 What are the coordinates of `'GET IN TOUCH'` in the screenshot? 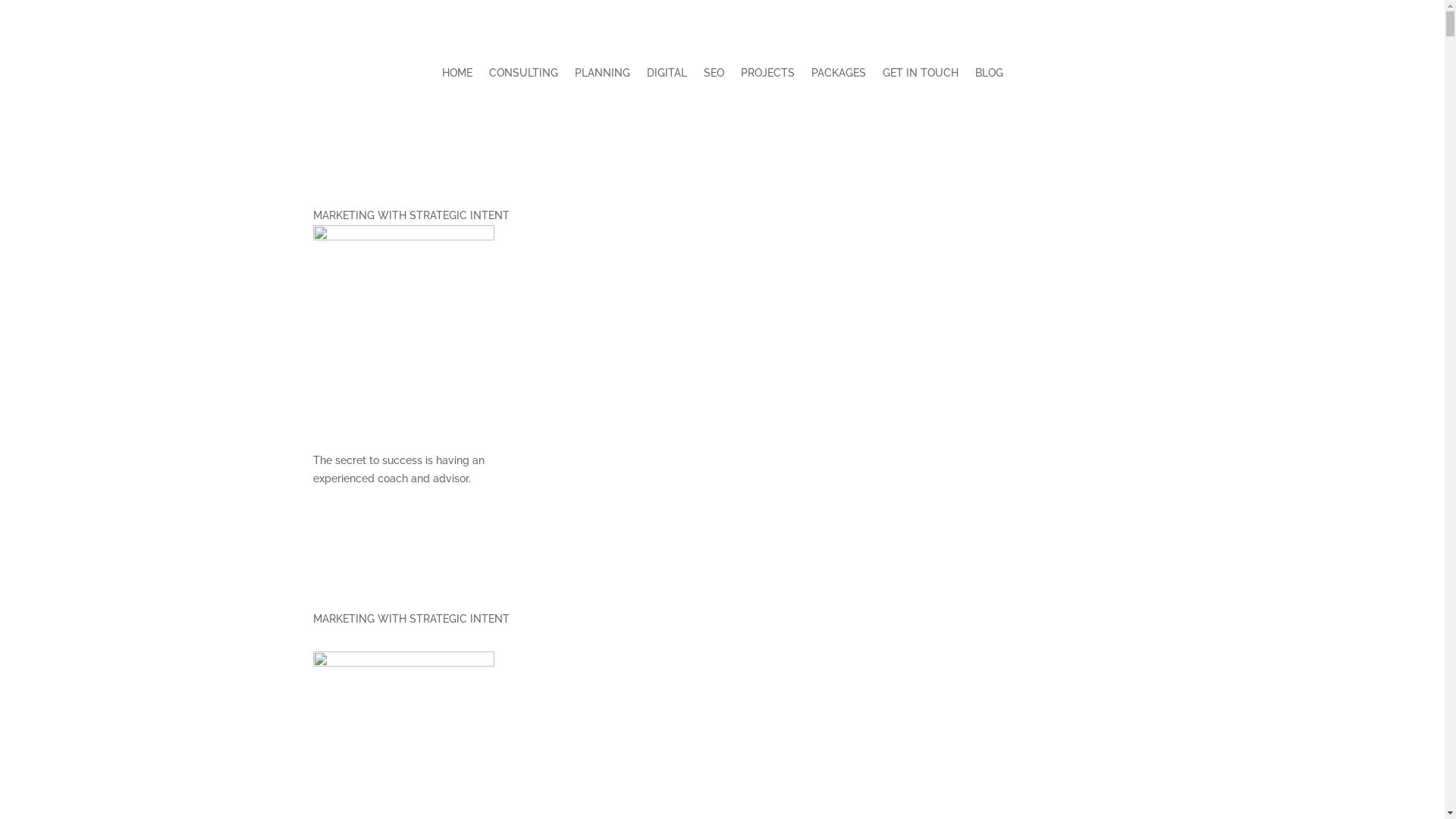 It's located at (920, 76).